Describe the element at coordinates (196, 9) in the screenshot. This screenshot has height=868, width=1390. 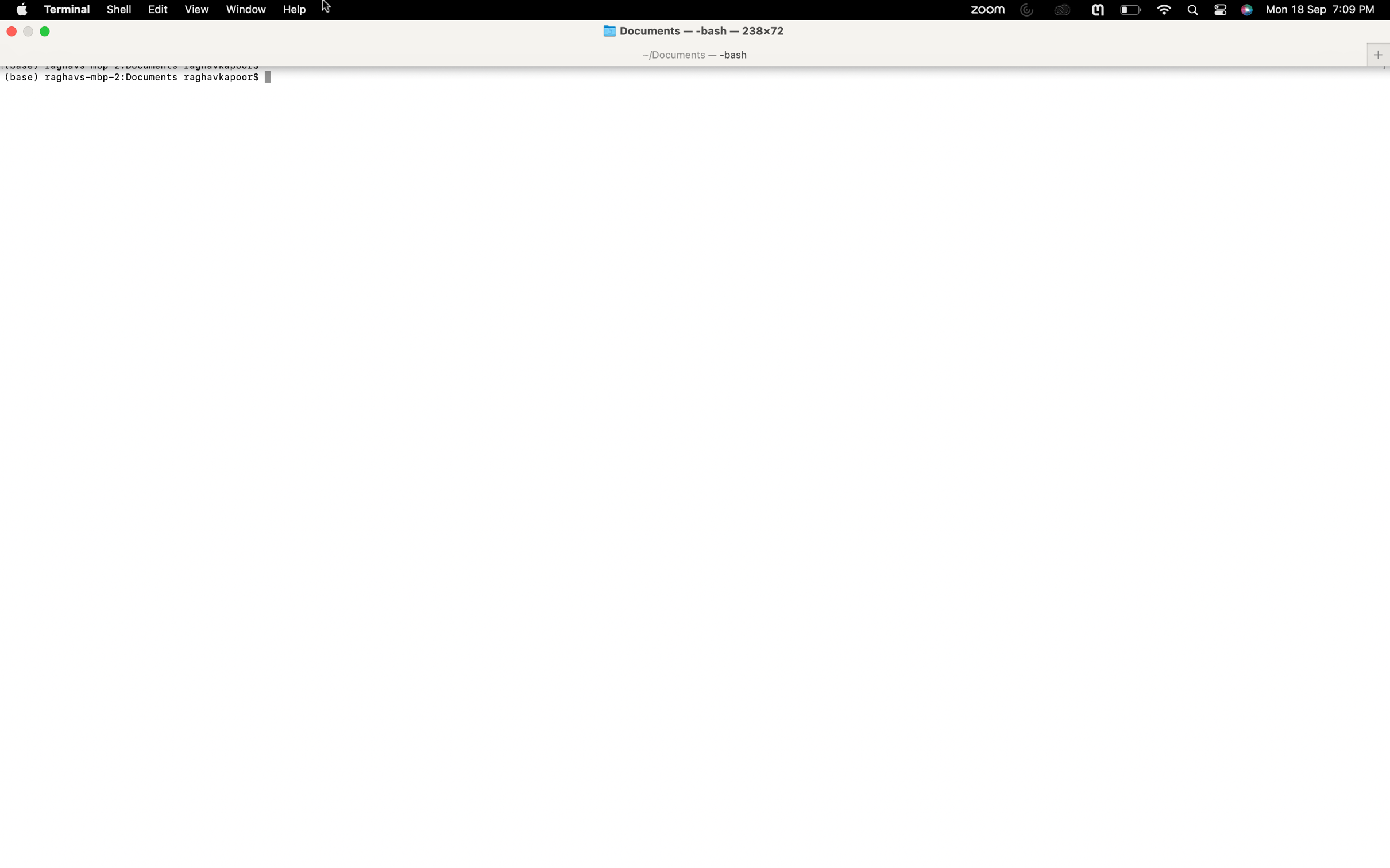
I see `Use the view option to create a two-part view on your screen` at that location.